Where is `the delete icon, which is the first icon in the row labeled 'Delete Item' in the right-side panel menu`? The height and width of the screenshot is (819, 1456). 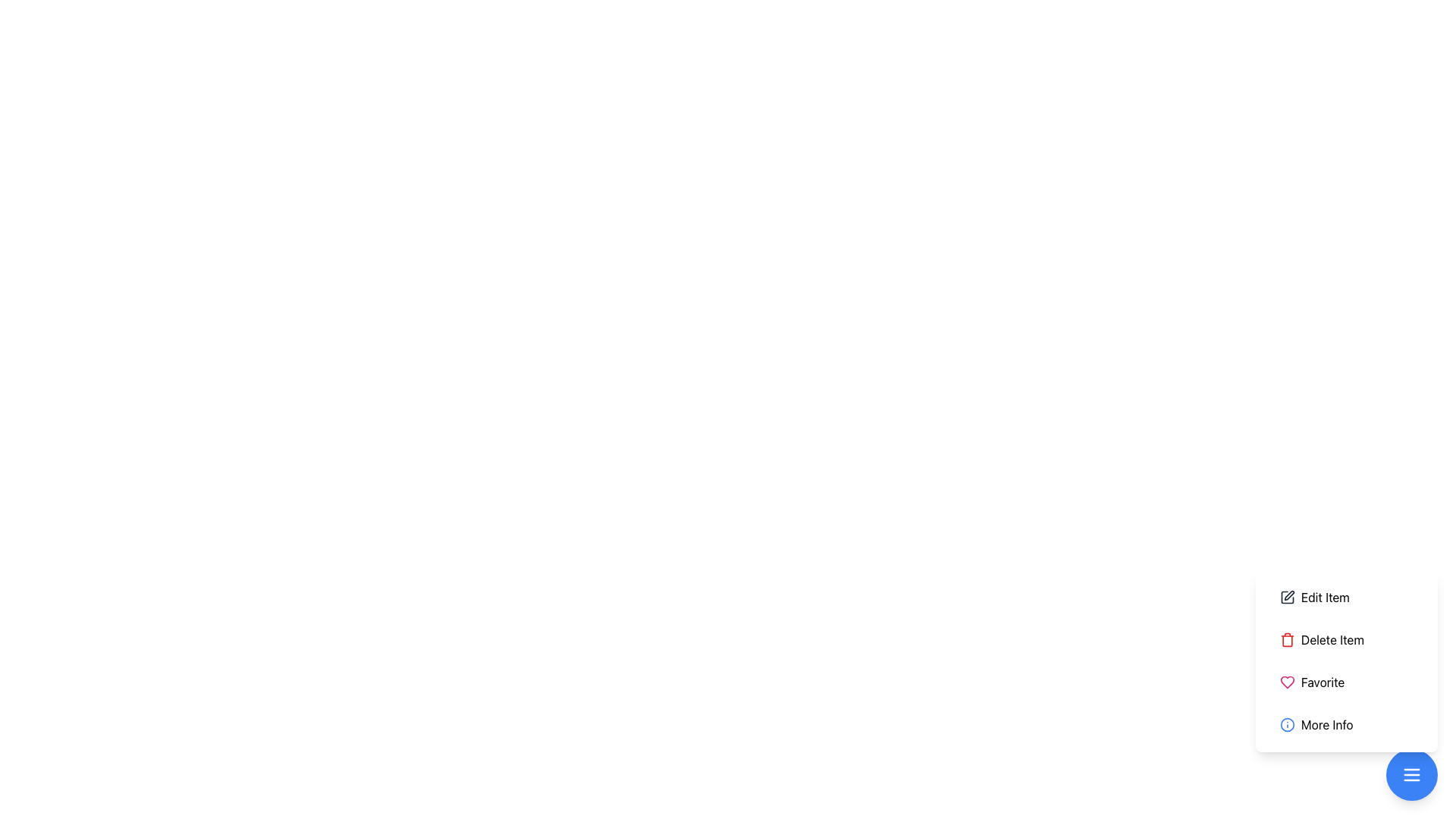 the delete icon, which is the first icon in the row labeled 'Delete Item' in the right-side panel menu is located at coordinates (1287, 640).